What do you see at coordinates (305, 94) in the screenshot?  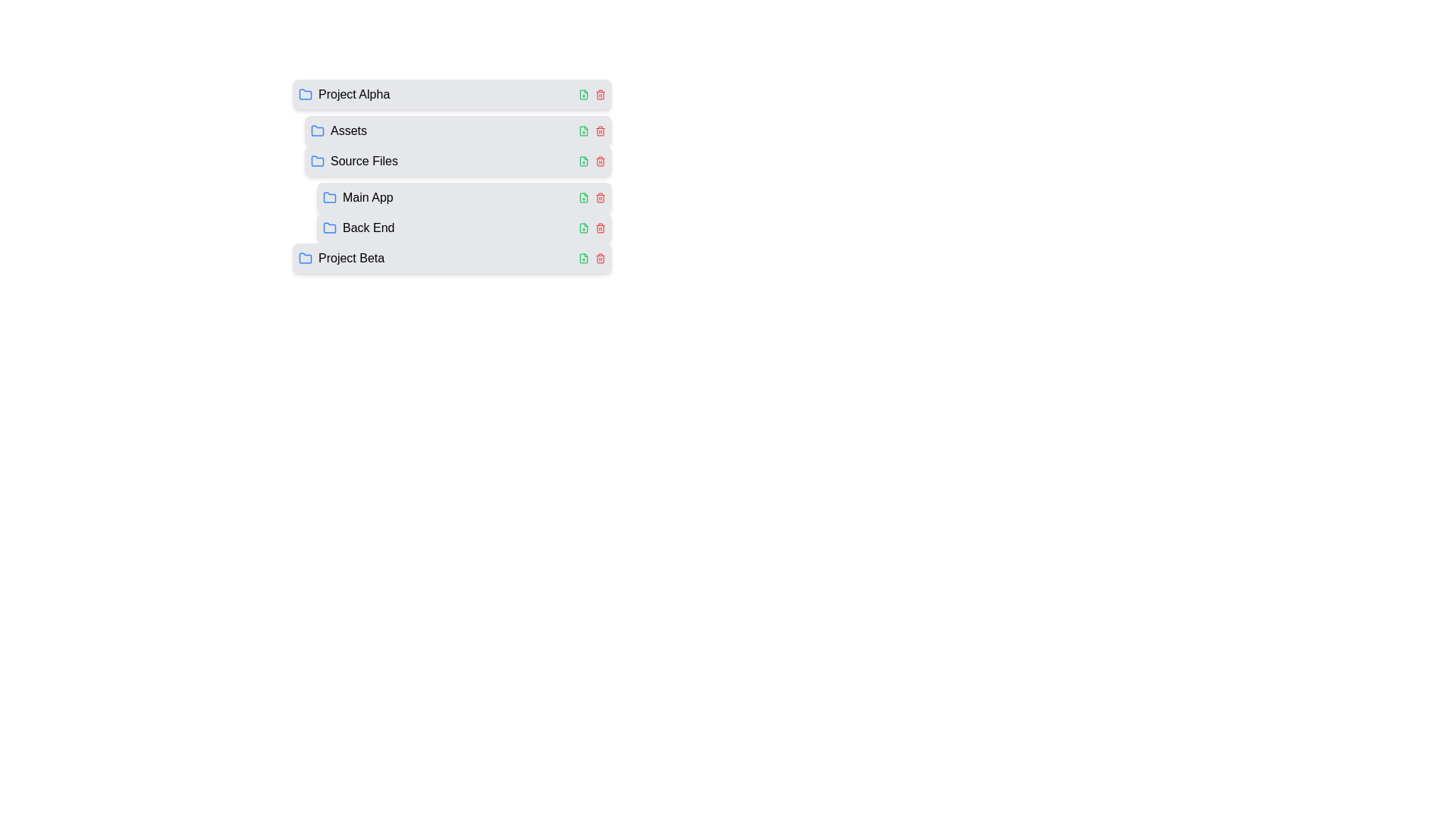 I see `the blue folder icon located to the immediate left of the 'Project Alpha' text` at bounding box center [305, 94].